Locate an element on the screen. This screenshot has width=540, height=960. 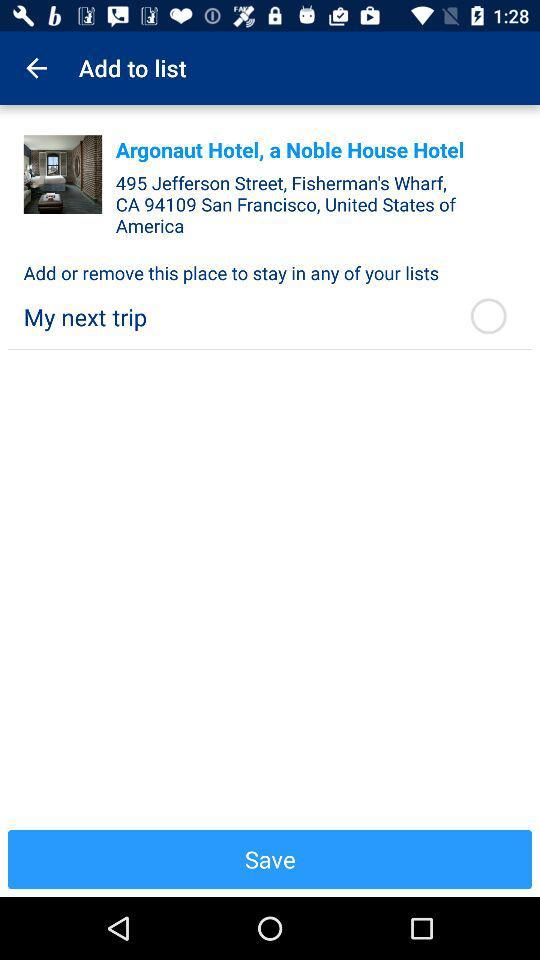
save icon is located at coordinates (270, 858).